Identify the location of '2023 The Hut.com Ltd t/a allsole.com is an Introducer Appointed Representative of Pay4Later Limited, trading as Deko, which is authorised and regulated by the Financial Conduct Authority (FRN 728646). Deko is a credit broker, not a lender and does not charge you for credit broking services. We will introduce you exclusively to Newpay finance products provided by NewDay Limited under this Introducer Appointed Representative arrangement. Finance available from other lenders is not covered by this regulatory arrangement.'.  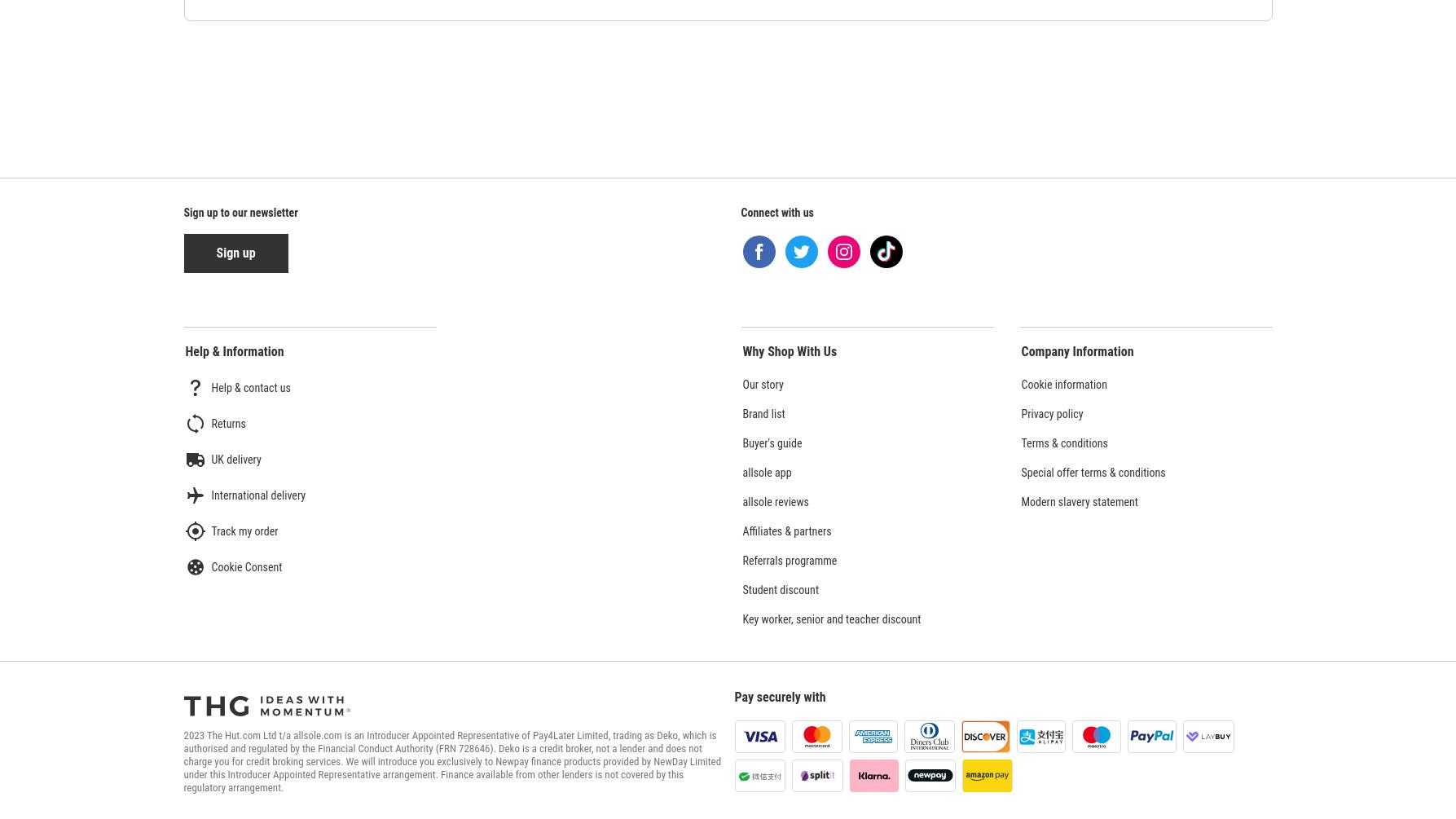
(451, 760).